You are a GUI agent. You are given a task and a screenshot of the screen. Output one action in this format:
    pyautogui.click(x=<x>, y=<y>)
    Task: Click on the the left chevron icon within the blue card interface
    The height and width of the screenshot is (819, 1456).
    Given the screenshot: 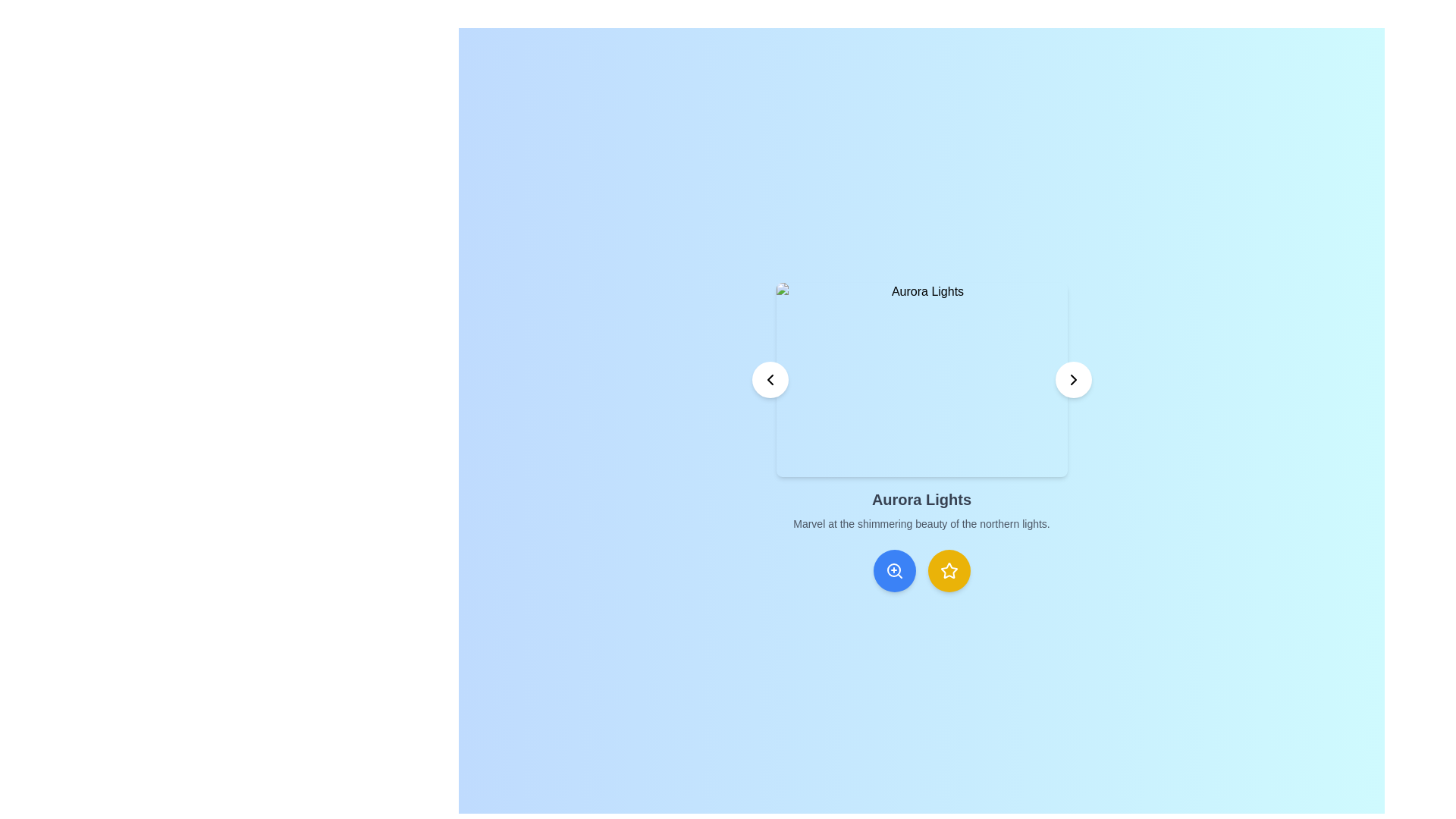 What is the action you would take?
    pyautogui.click(x=770, y=379)
    